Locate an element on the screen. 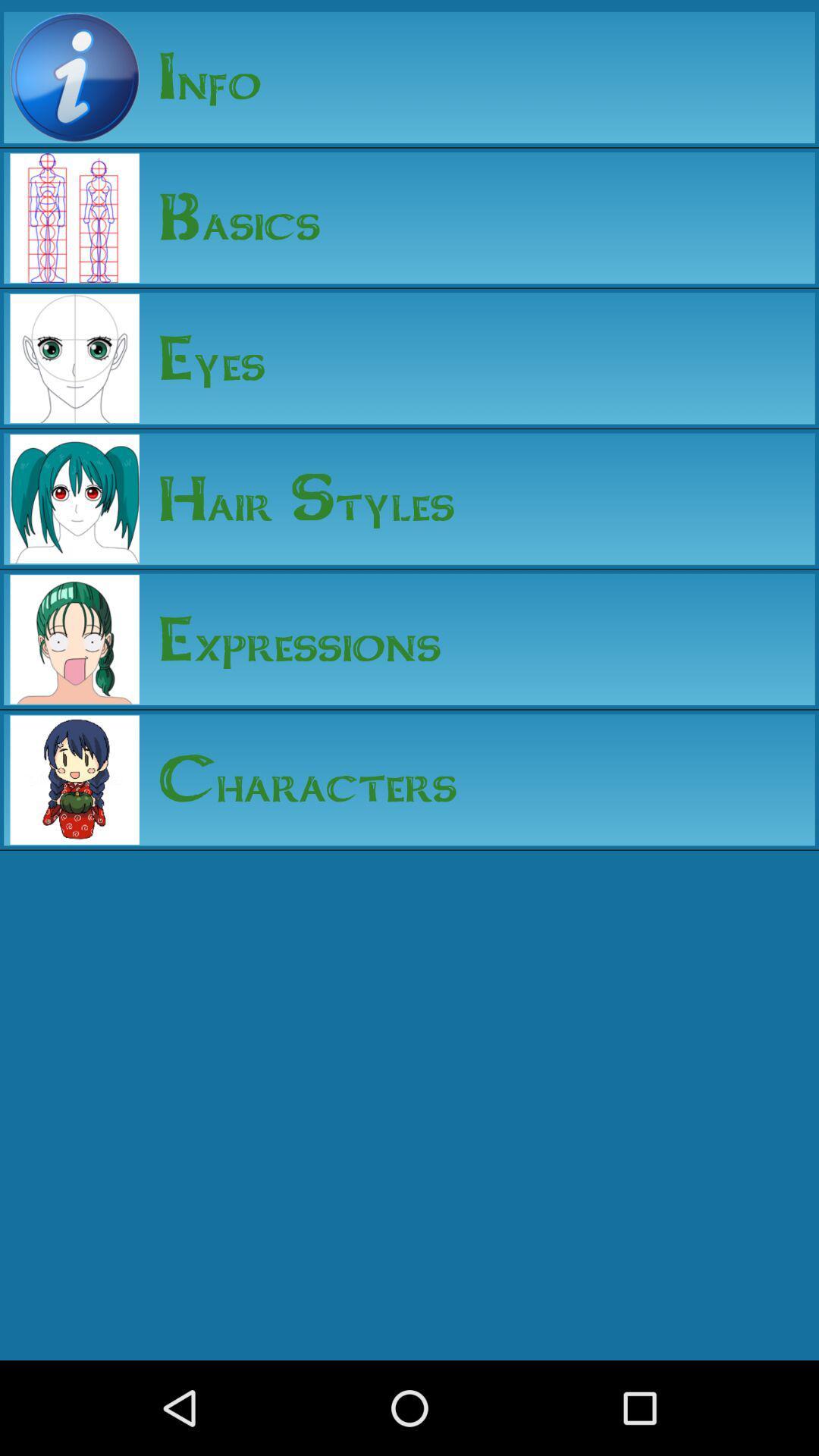 Image resolution: width=819 pixels, height=1456 pixels. the expressions icon is located at coordinates (290, 639).